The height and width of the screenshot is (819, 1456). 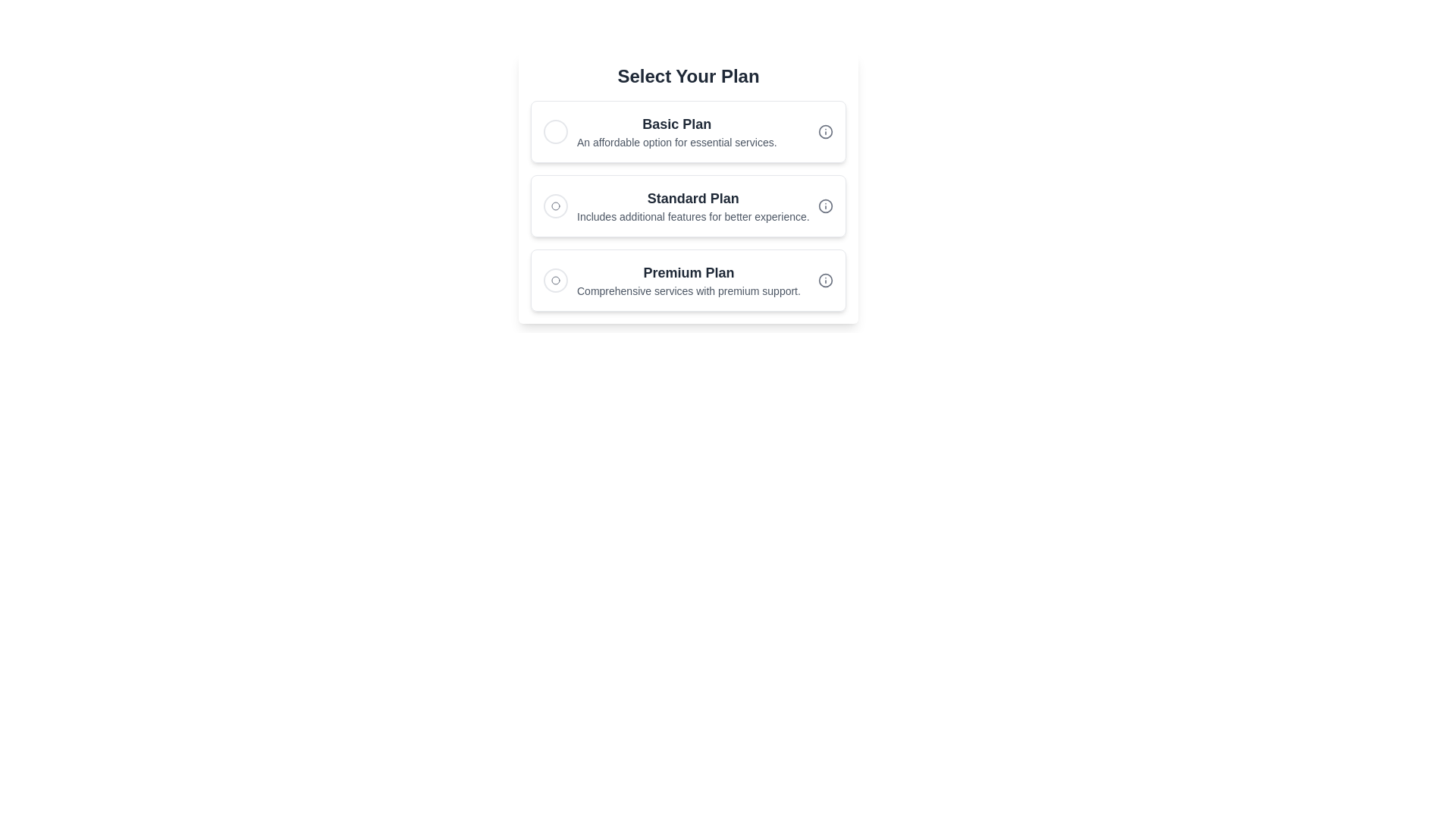 I want to click on the 'Premium Plan' text label, which is a bold, large-sized header in dark gray color, indicating the third option in the list of plans, so click(x=688, y=271).